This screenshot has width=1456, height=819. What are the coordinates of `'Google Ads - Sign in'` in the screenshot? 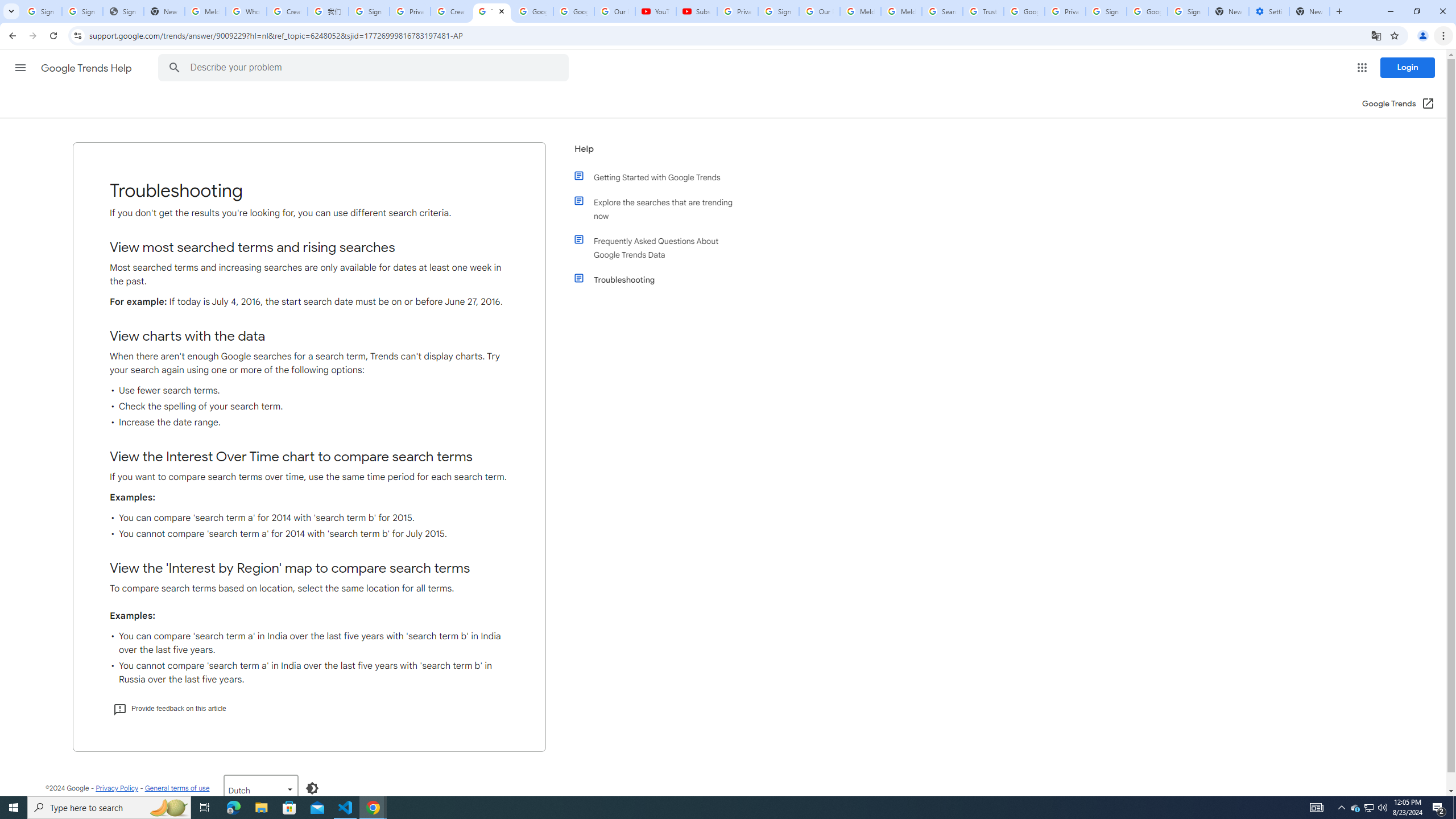 It's located at (1023, 11).